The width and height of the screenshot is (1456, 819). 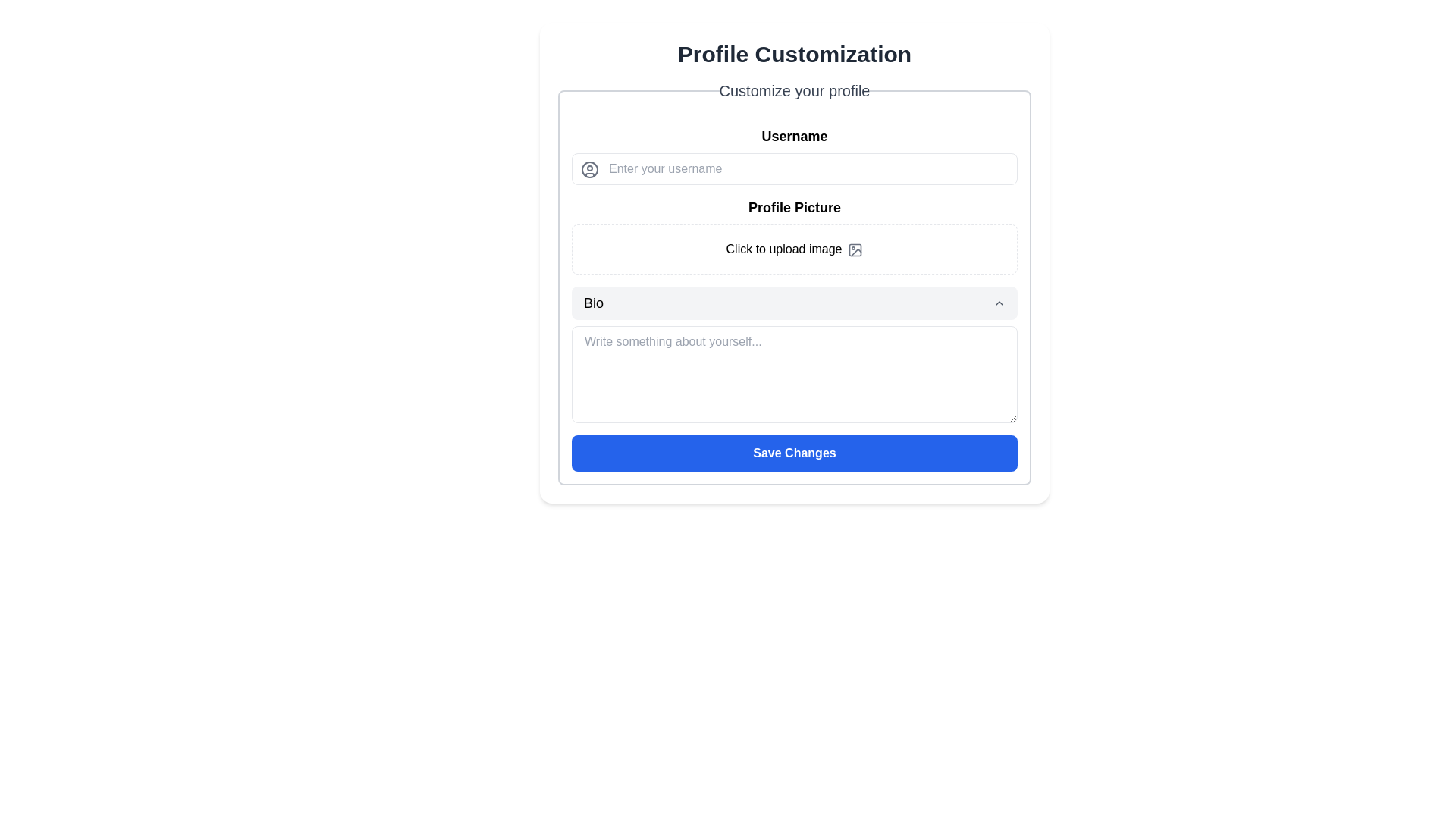 What do you see at coordinates (855, 249) in the screenshot?
I see `the small rectangular shape with rounded corners located within the image upload icon next to the 'Click to upload image' text in the 'Profile Picture' section` at bounding box center [855, 249].